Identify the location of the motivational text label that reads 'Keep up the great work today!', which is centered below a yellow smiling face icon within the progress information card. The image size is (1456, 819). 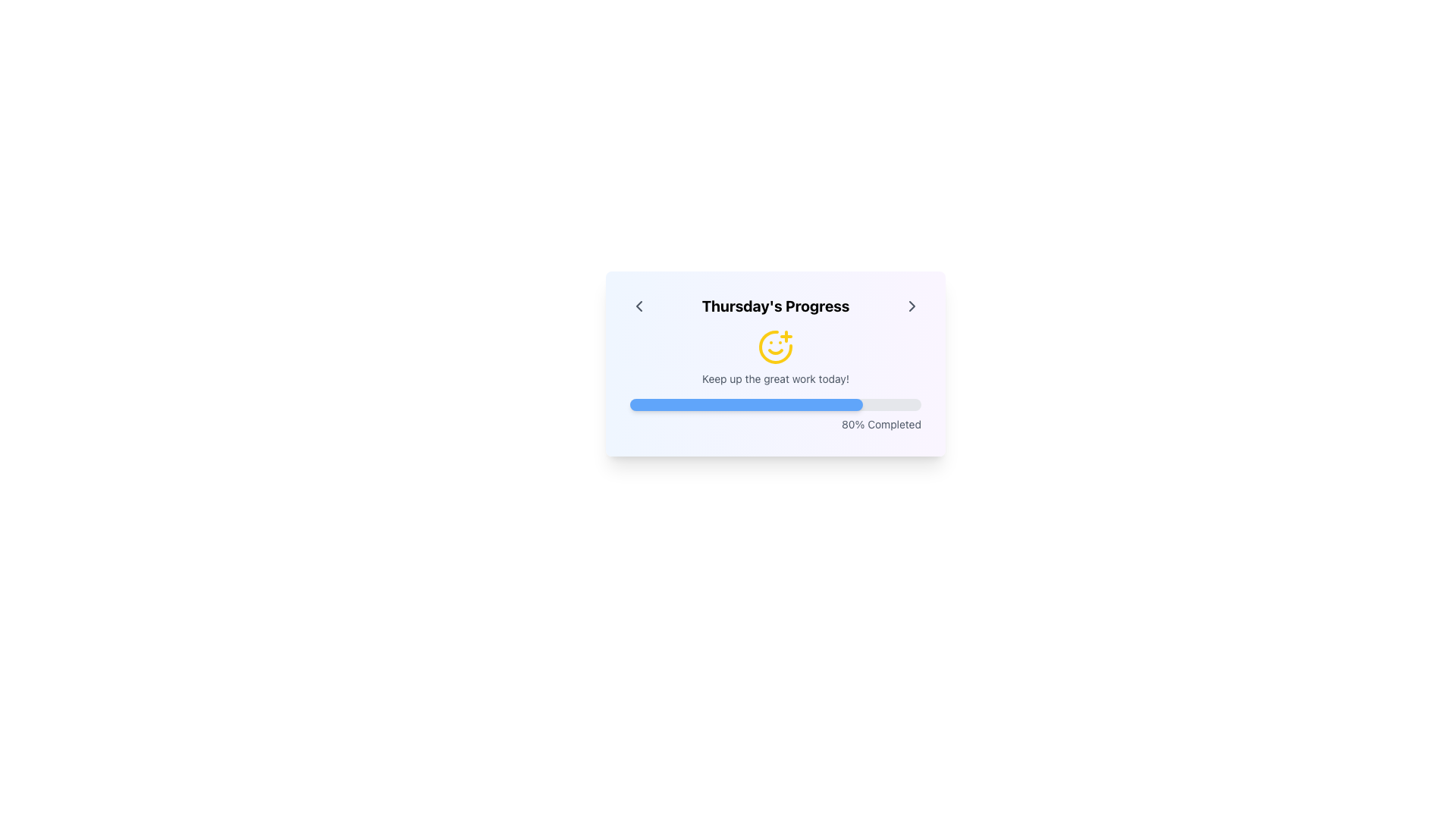
(775, 357).